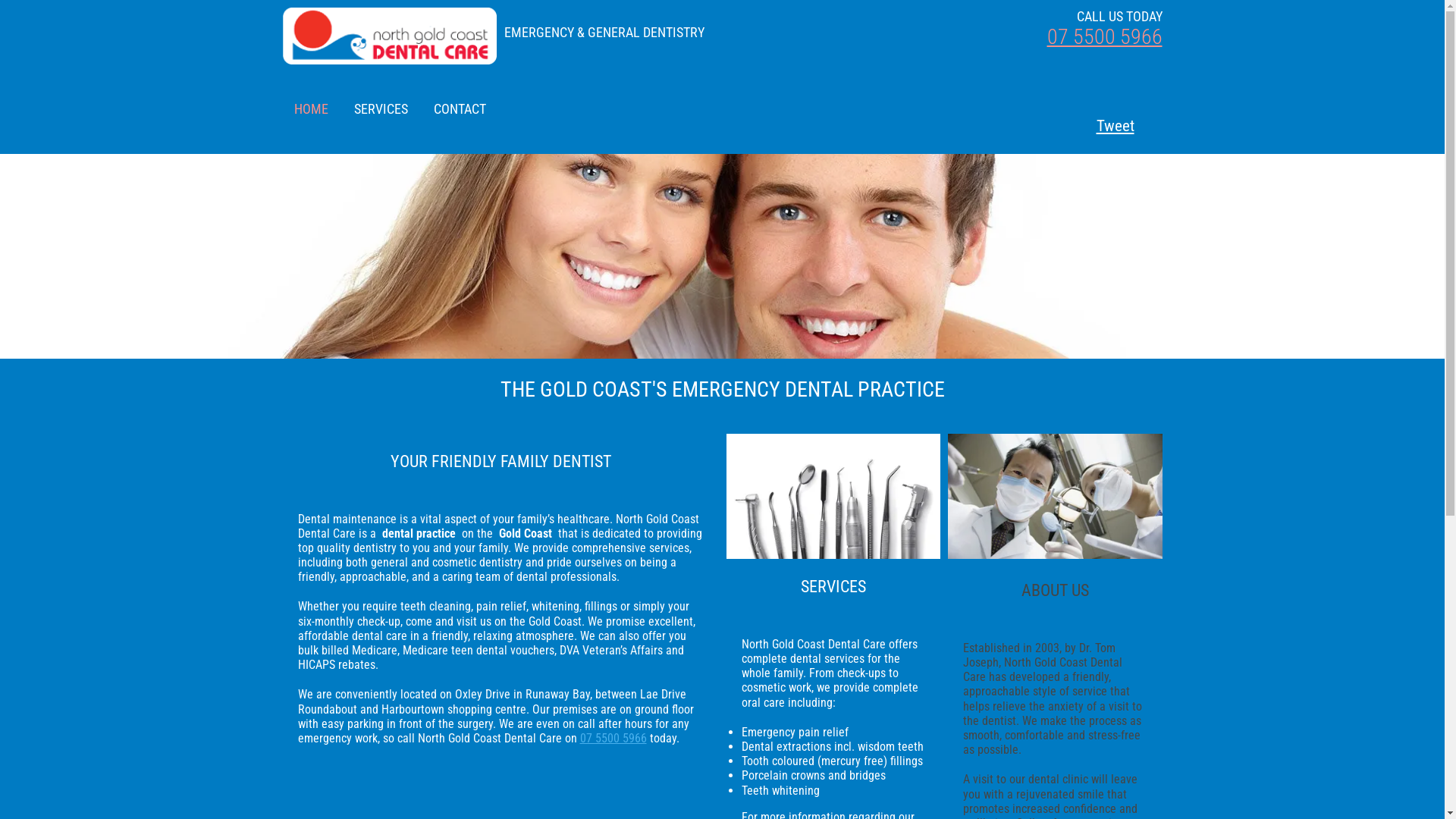 The width and height of the screenshot is (1456, 819). I want to click on 'Tweet', so click(1103, 124).